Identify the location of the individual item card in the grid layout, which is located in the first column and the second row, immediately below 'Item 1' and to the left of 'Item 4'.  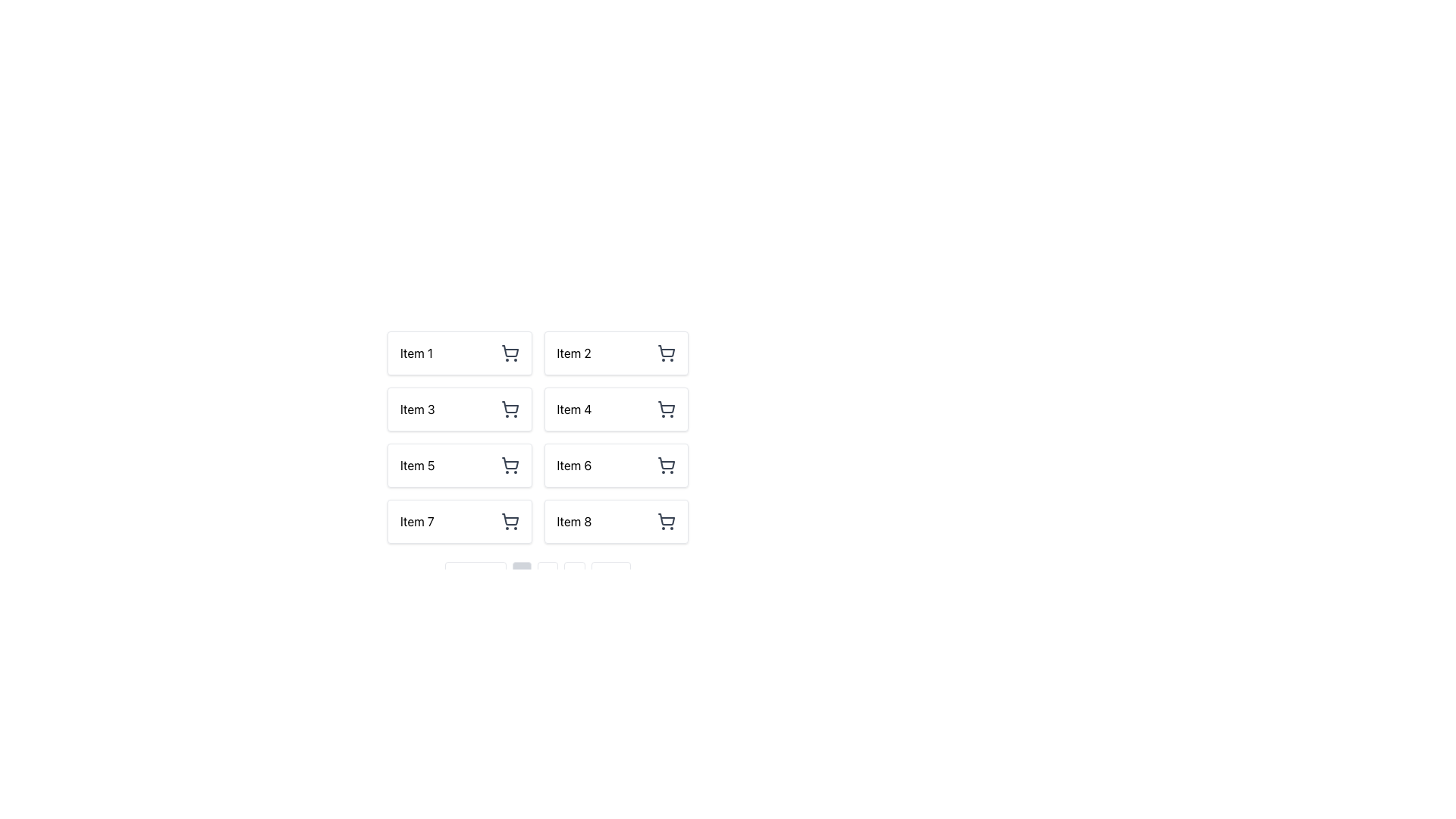
(459, 409).